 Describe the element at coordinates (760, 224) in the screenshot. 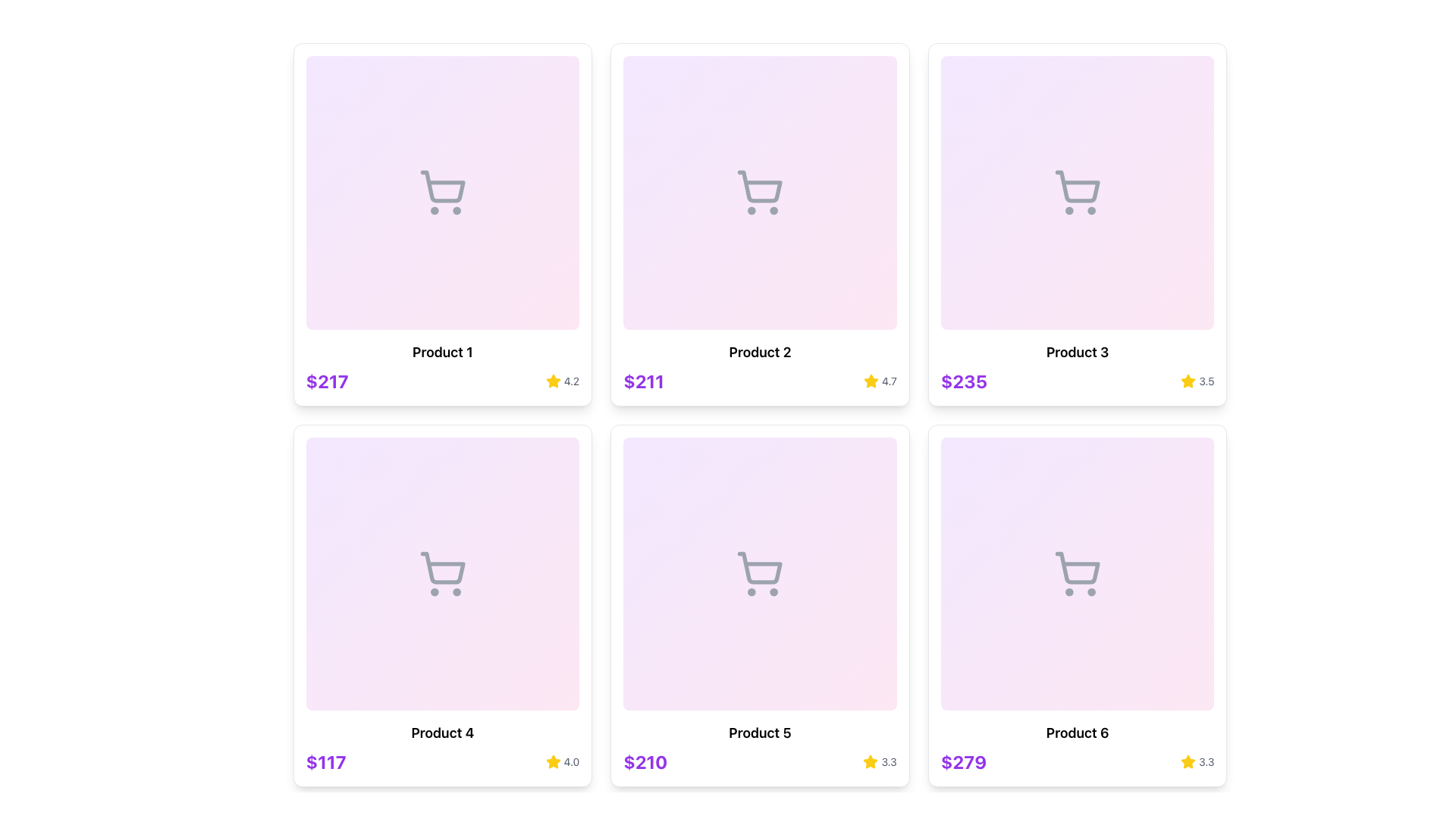

I see `the Product card representing 'Product 2'` at that location.